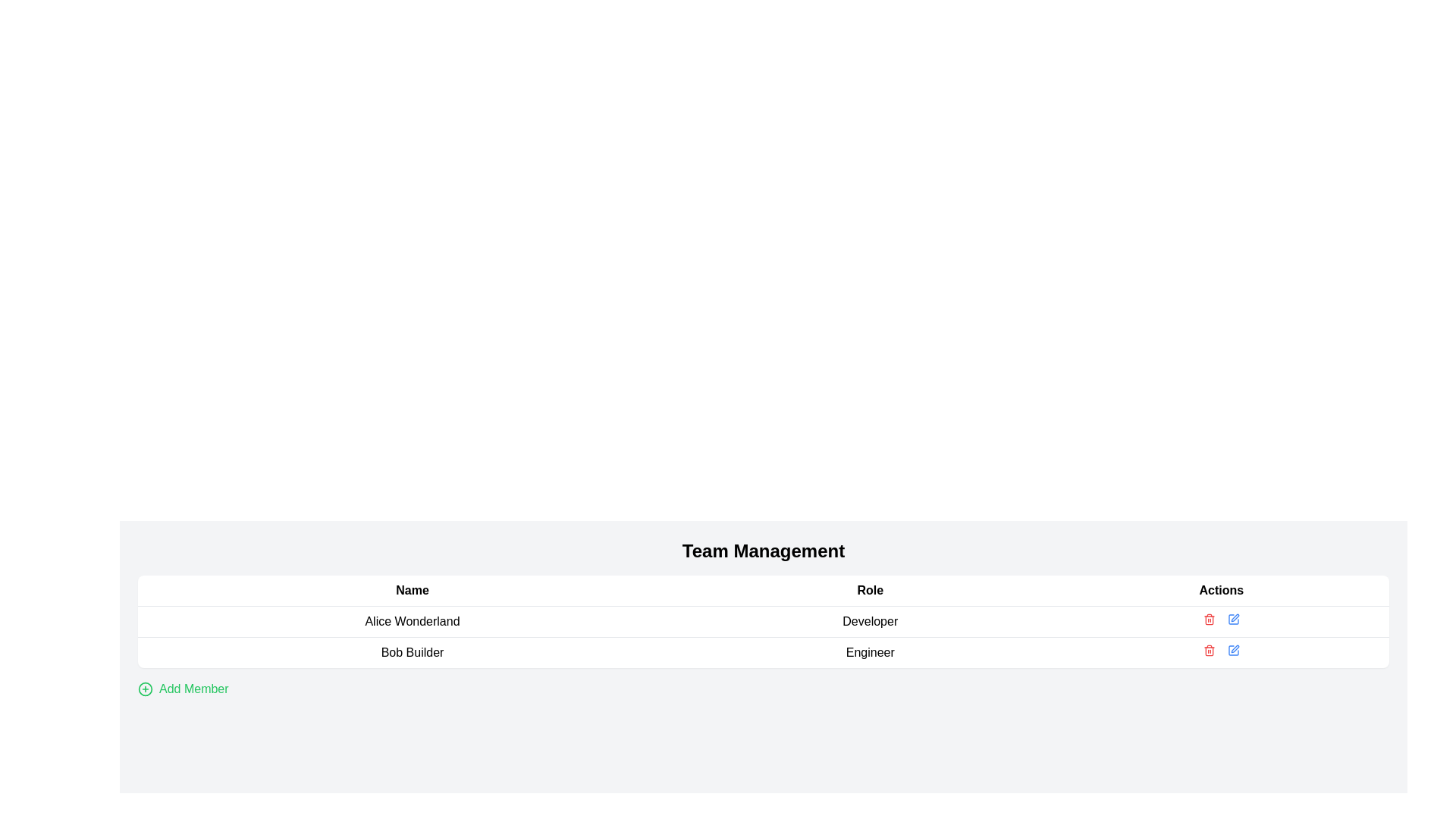 The width and height of the screenshot is (1456, 819). Describe the element at coordinates (1234, 617) in the screenshot. I see `the editing icon` at that location.